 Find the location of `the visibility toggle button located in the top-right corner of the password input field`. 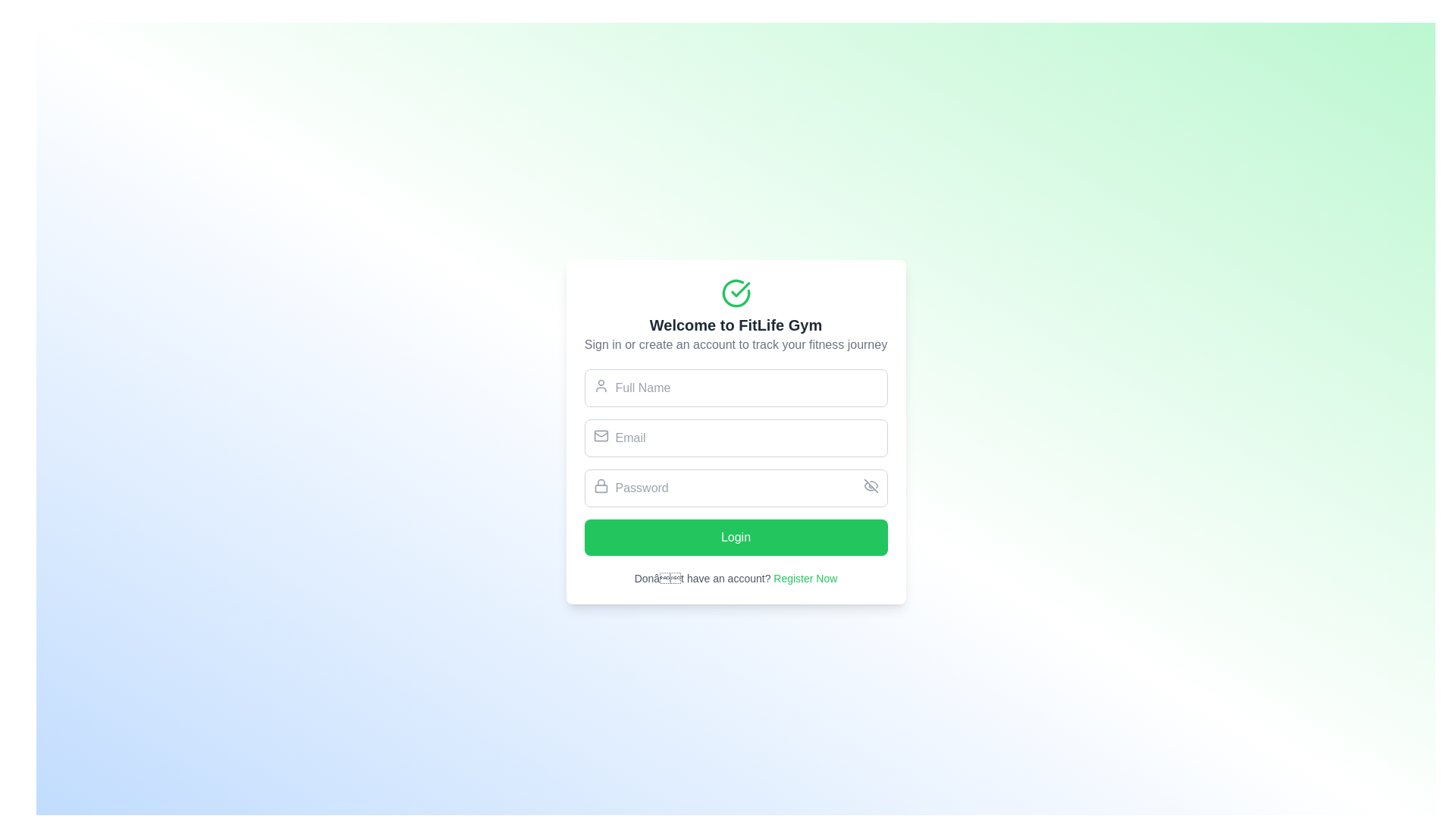

the visibility toggle button located in the top-right corner of the password input field is located at coordinates (871, 485).